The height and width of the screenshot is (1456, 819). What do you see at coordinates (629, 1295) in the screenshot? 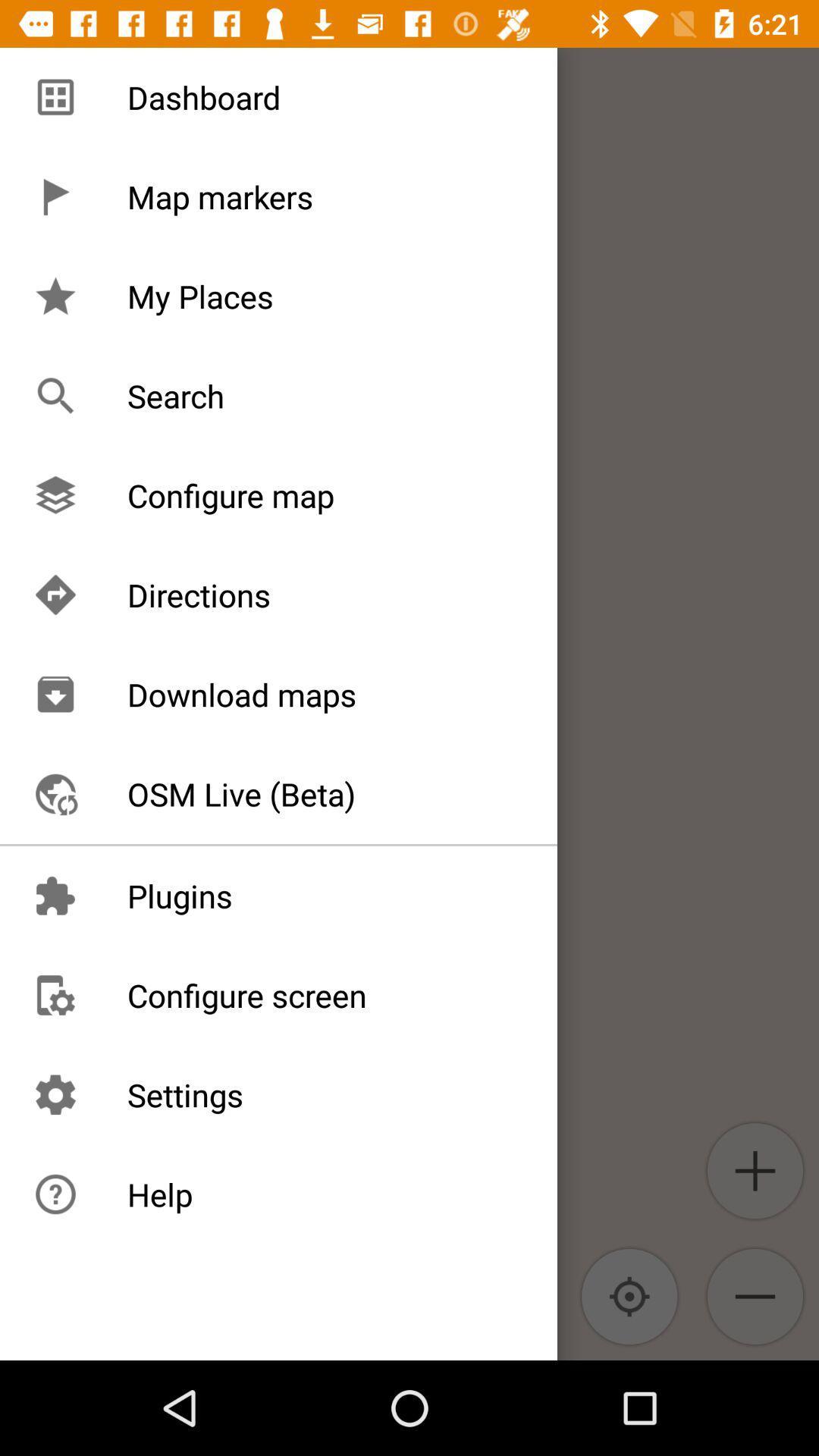
I see `the location_crosshair icon` at bounding box center [629, 1295].